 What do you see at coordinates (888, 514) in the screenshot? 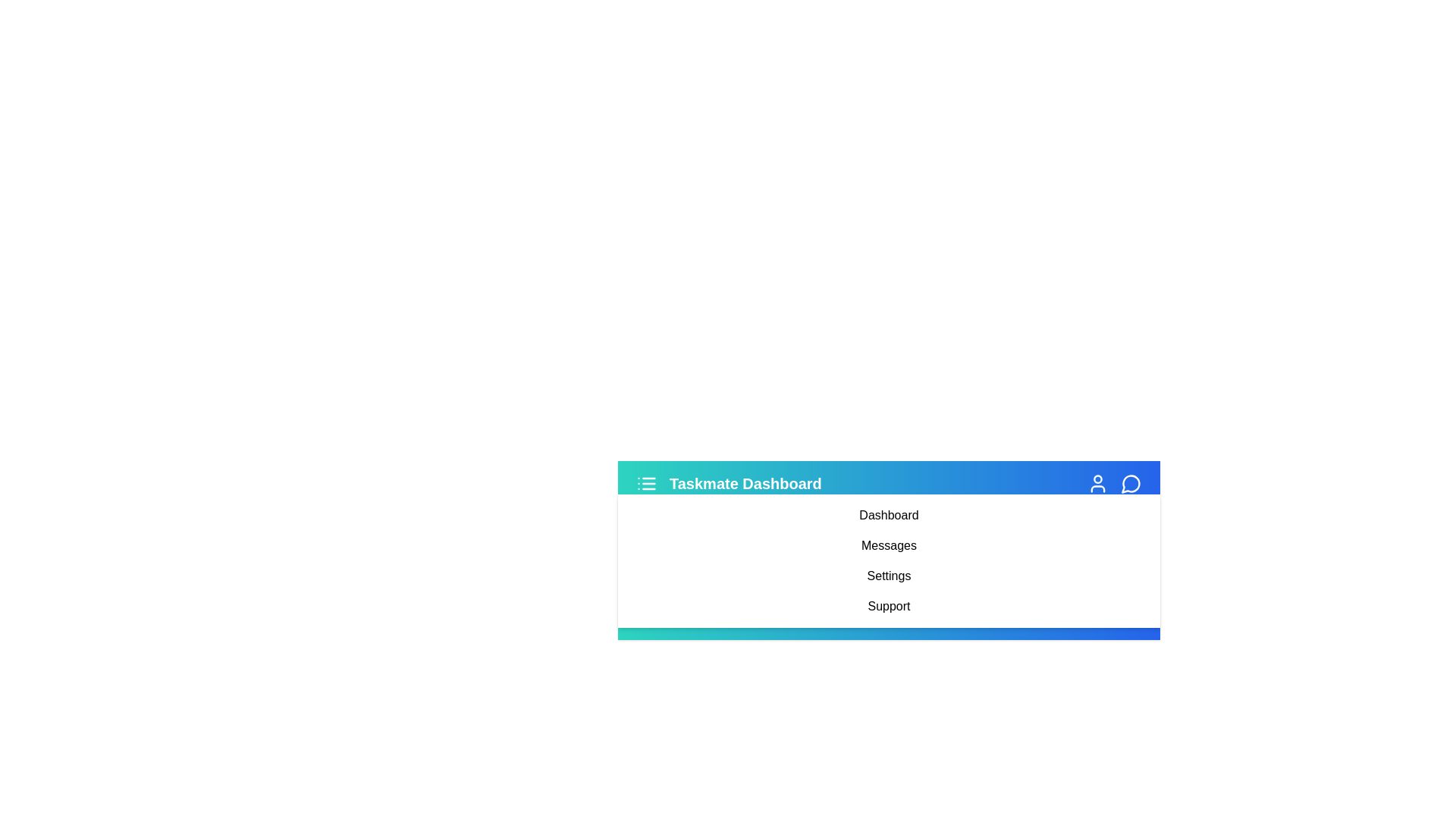
I see `the 'Dashboard' link in the sidebar to navigate to the Dashboard section` at bounding box center [888, 514].